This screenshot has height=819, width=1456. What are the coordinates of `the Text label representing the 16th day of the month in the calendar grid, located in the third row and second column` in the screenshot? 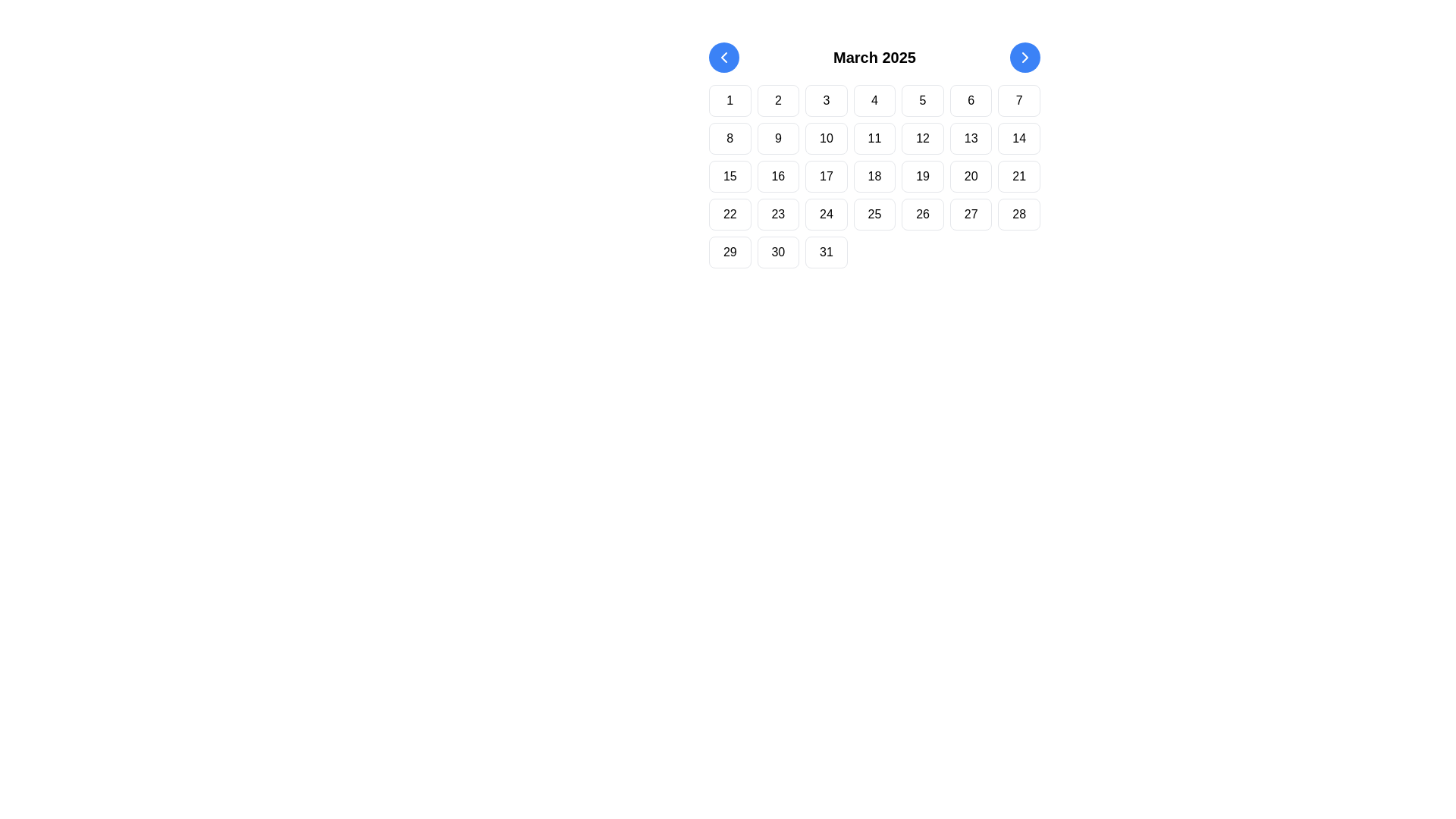 It's located at (778, 175).